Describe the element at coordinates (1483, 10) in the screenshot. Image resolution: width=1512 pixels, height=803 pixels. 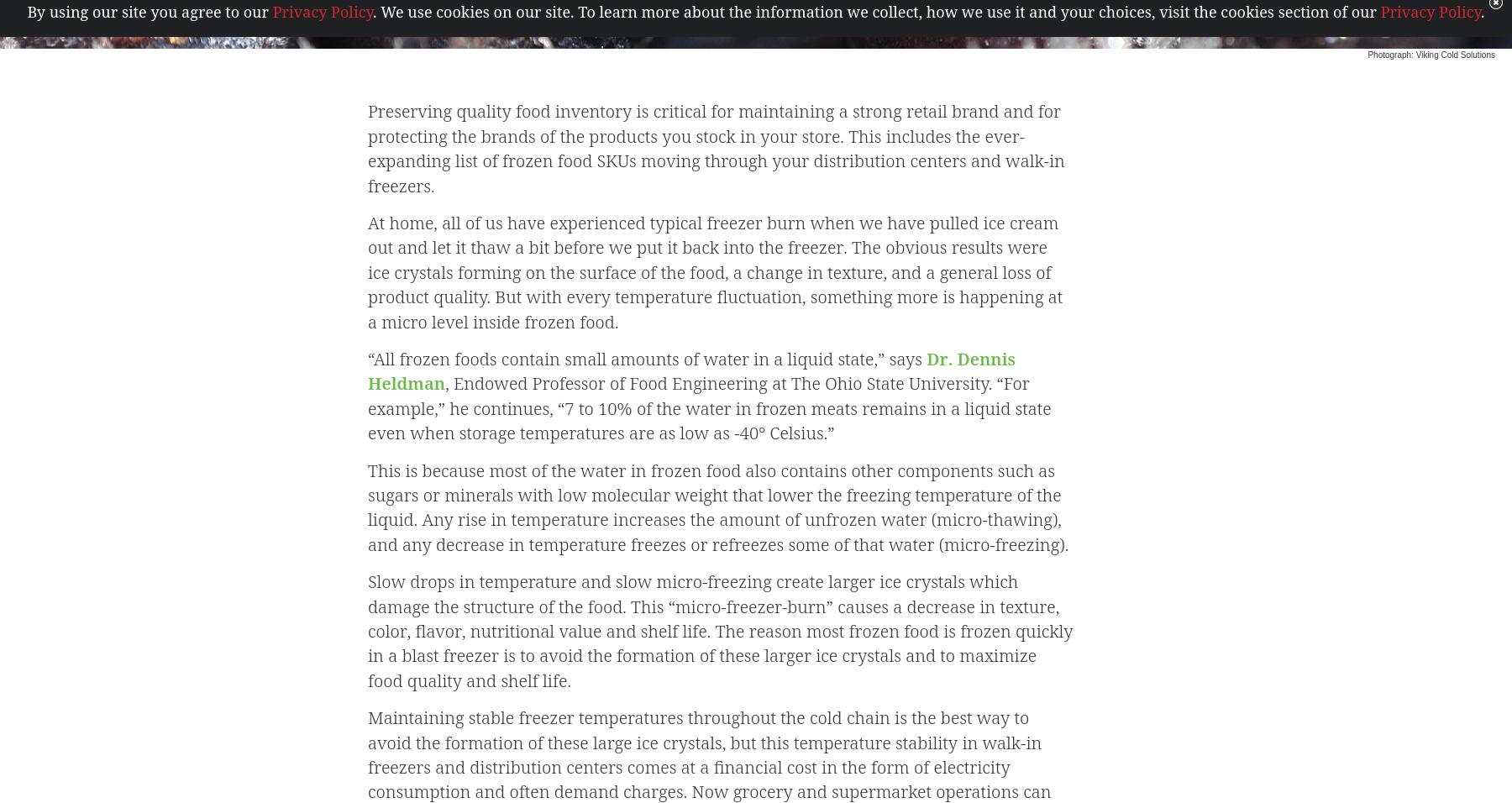
I see `'.'` at that location.